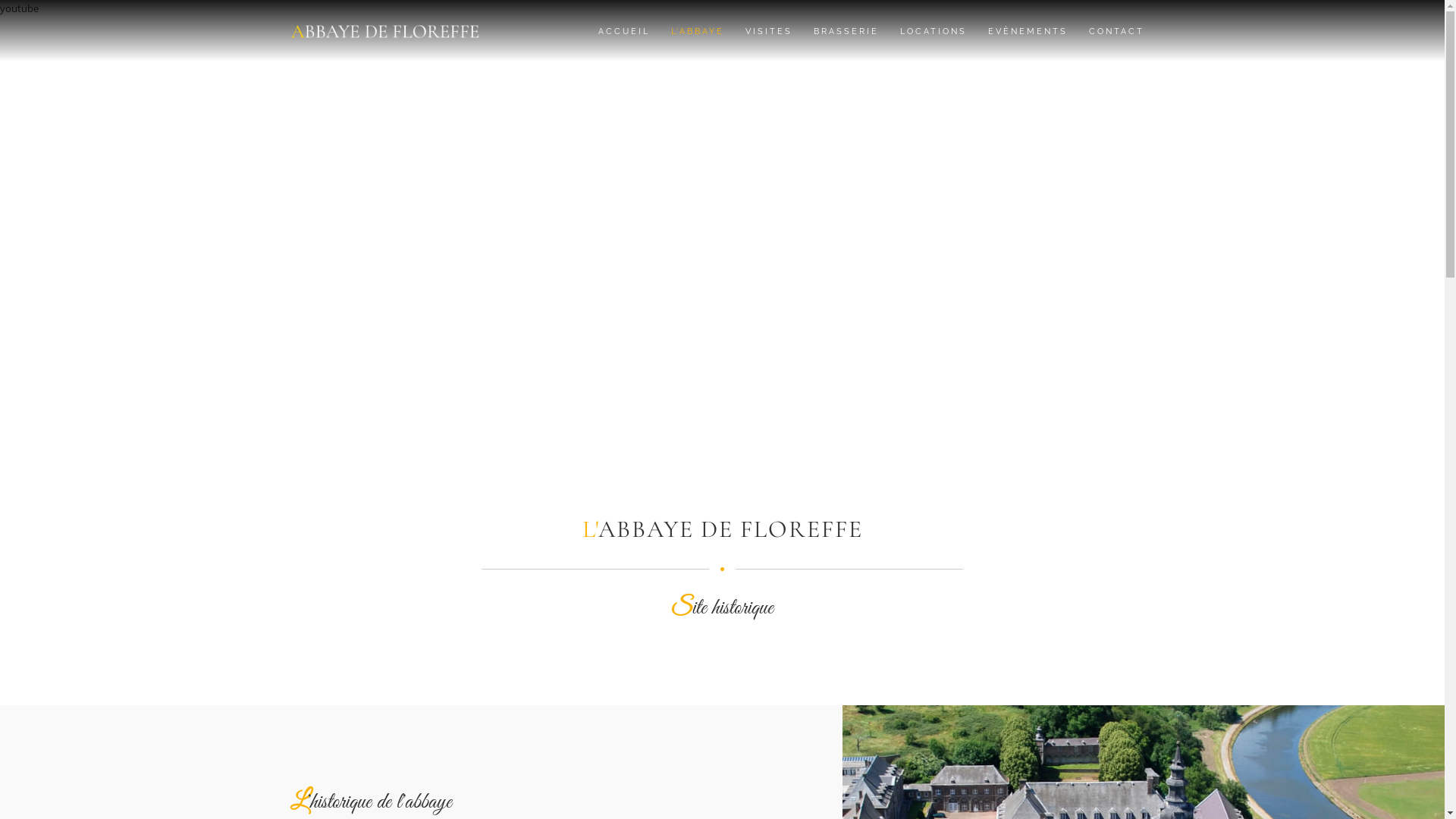  Describe the element at coordinates (1116, 29) in the screenshot. I see `'CONTACT'` at that location.